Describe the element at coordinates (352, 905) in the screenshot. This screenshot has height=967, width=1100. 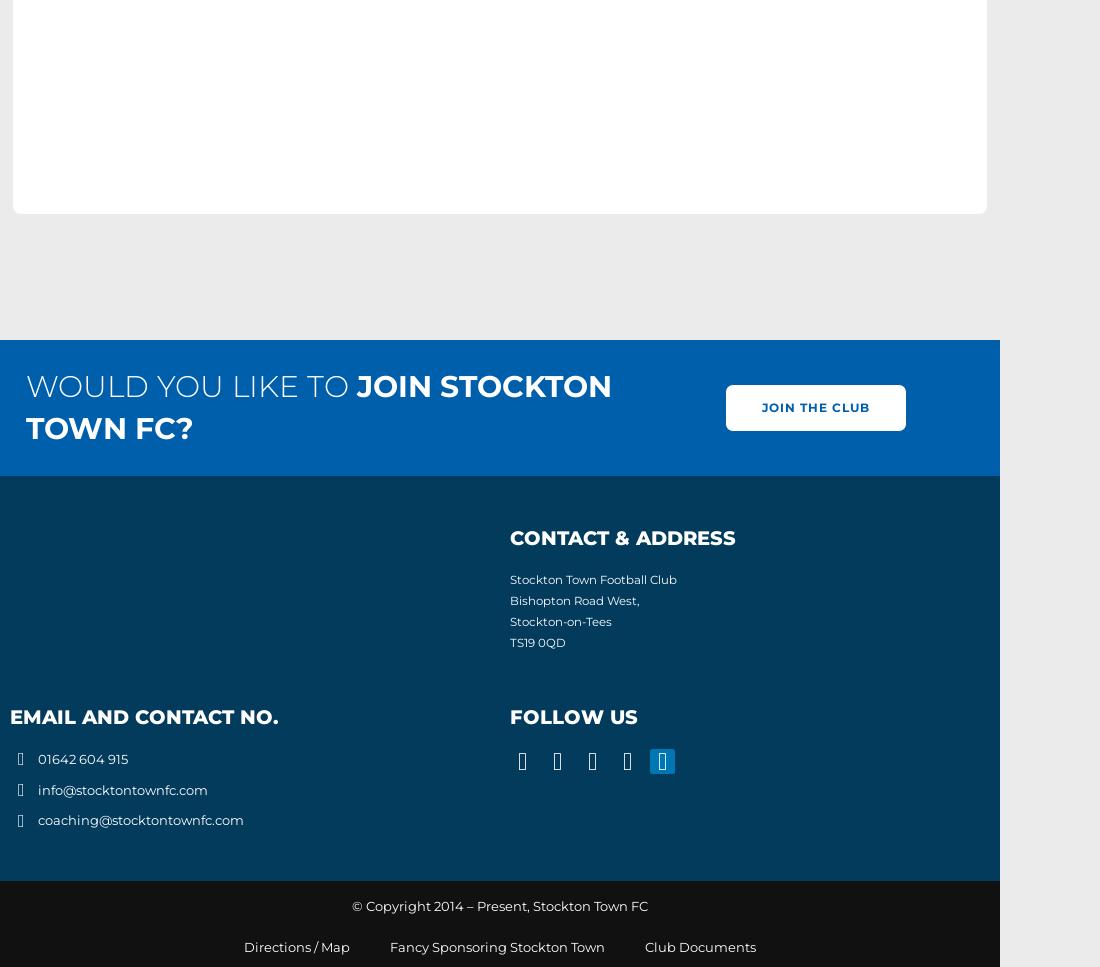
I see `'© Copyright 2014 – Present, Stockton Town FC'` at that location.